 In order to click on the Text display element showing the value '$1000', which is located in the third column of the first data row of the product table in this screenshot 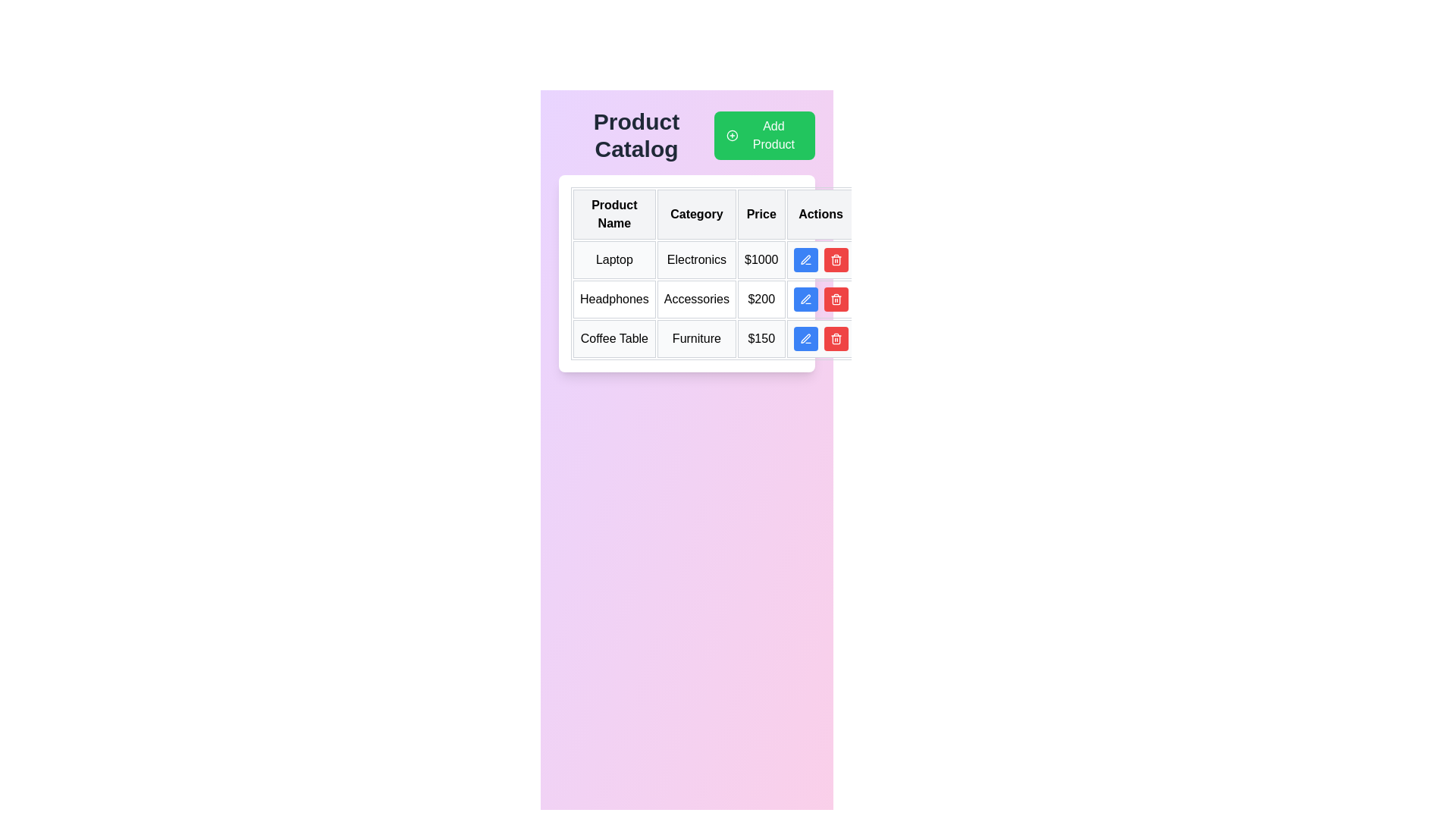, I will do `click(761, 259)`.